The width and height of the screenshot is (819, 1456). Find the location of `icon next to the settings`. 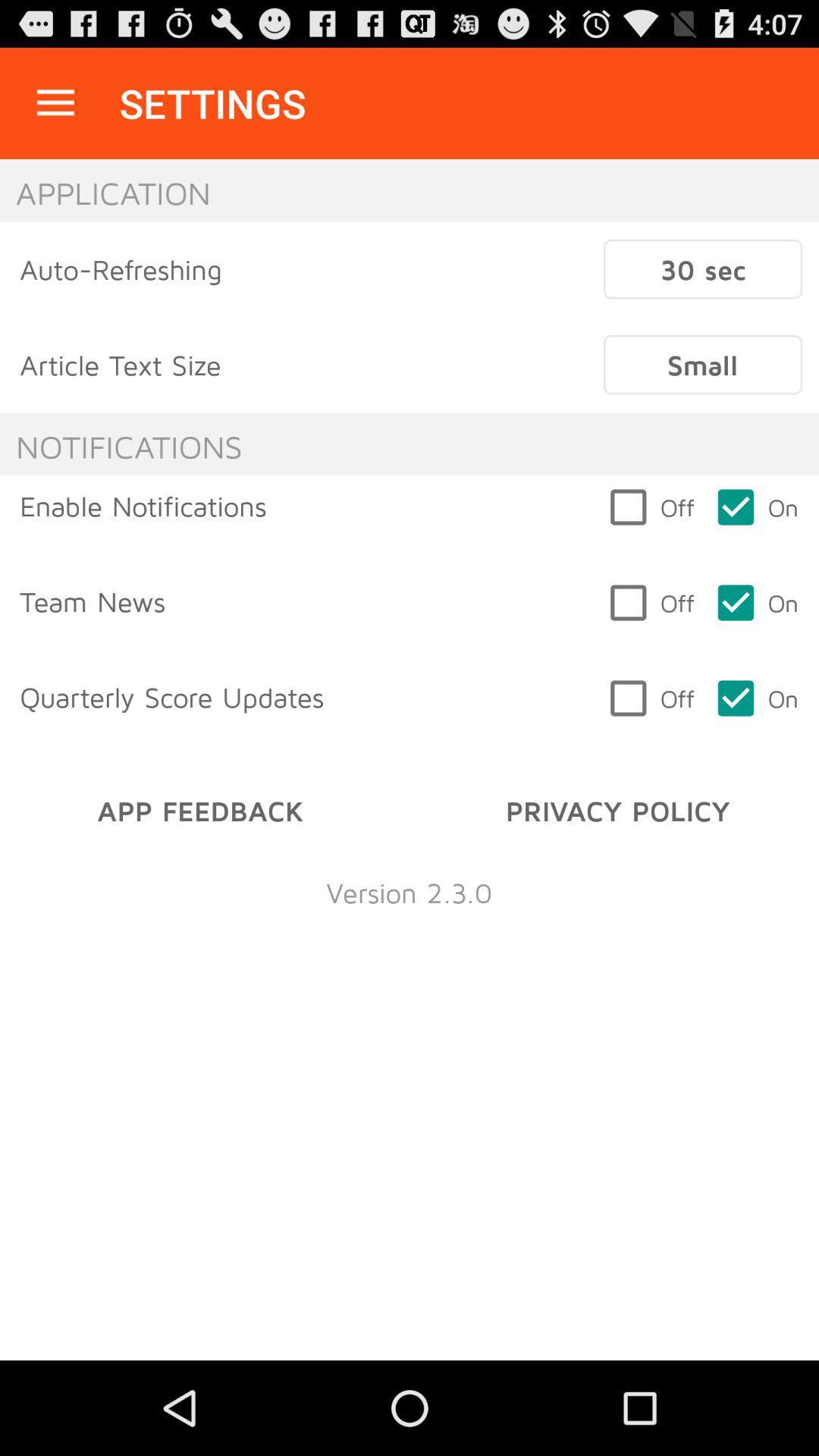

icon next to the settings is located at coordinates (55, 102).